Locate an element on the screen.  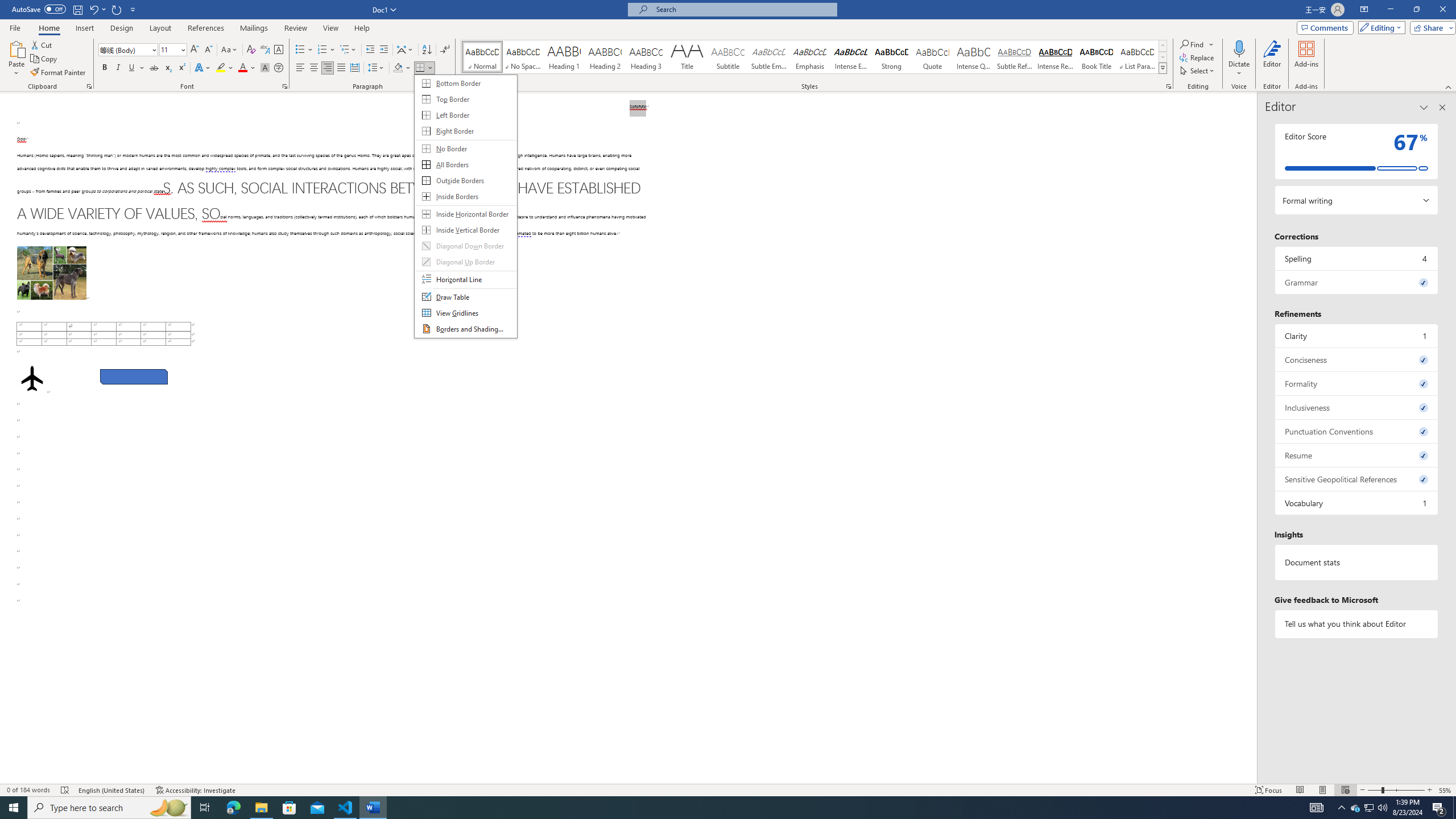
'Microsoft Store' is located at coordinates (289, 806).